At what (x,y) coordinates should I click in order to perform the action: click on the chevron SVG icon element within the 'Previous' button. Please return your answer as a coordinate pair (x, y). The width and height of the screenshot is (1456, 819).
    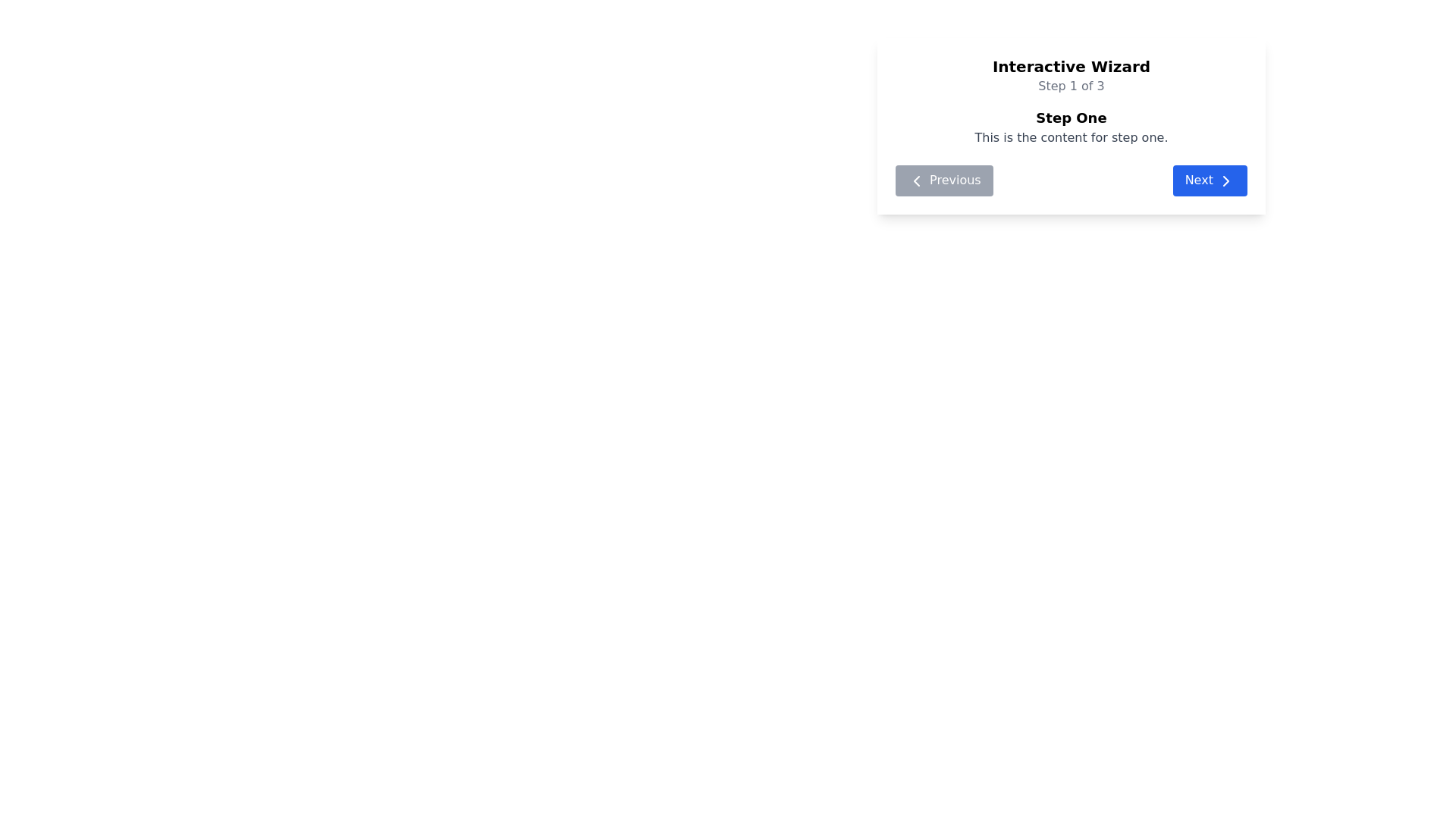
    Looking at the image, I should click on (916, 180).